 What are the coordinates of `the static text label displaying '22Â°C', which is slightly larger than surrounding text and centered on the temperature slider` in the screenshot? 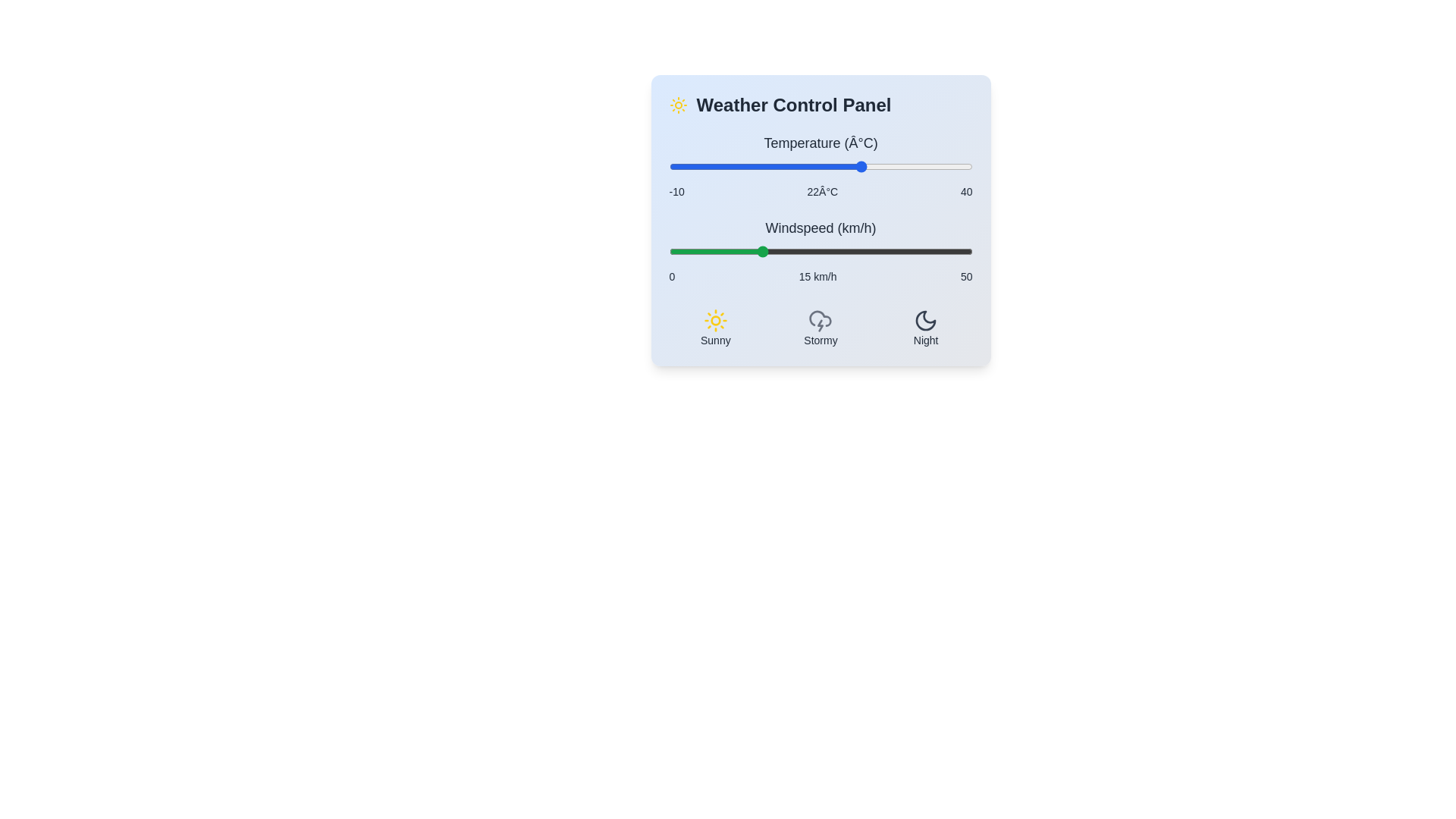 It's located at (821, 191).